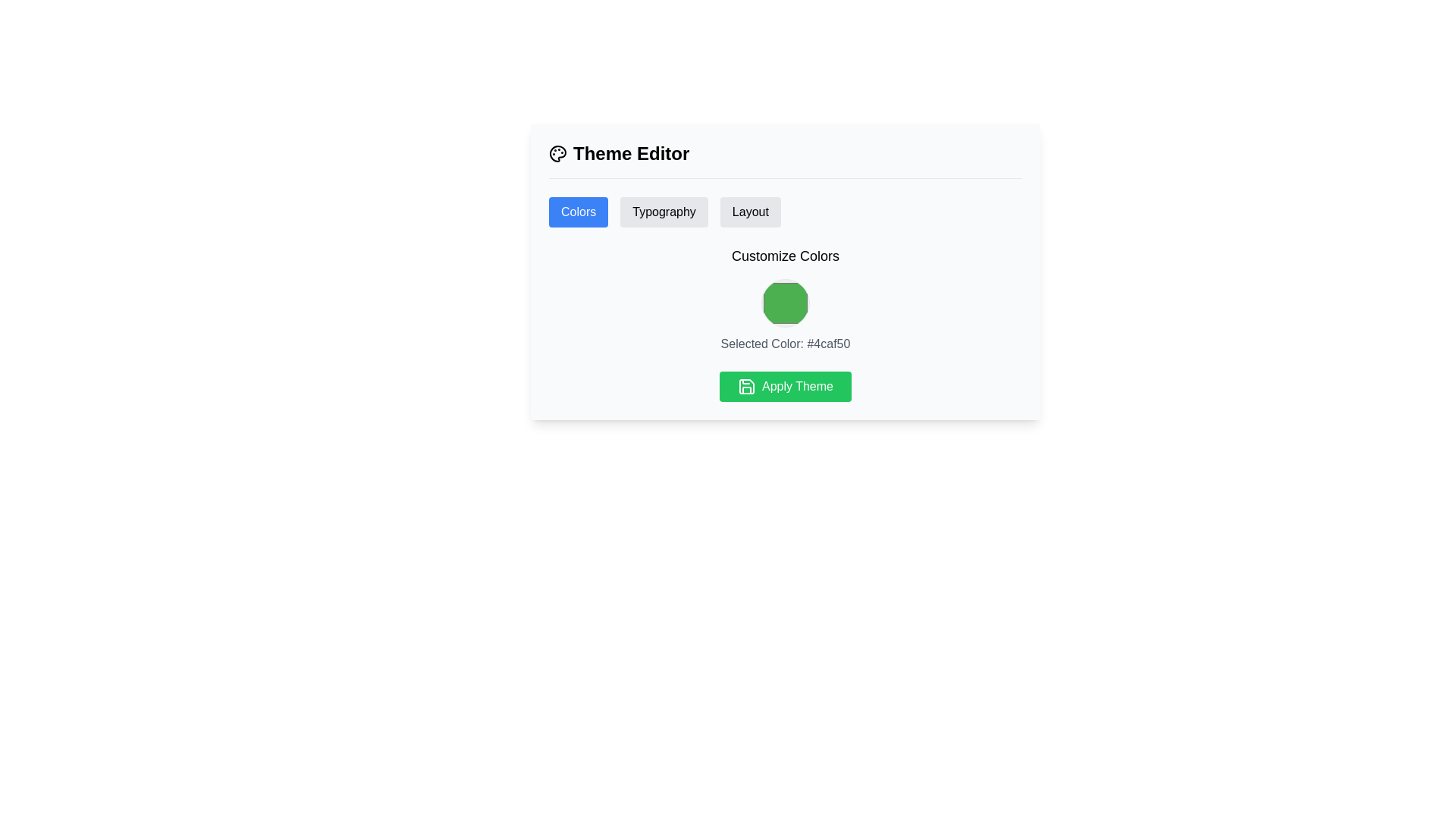 The width and height of the screenshot is (1456, 819). I want to click on the visual indicator icon on the left side of the 'Apply Theme' button, so click(746, 385).